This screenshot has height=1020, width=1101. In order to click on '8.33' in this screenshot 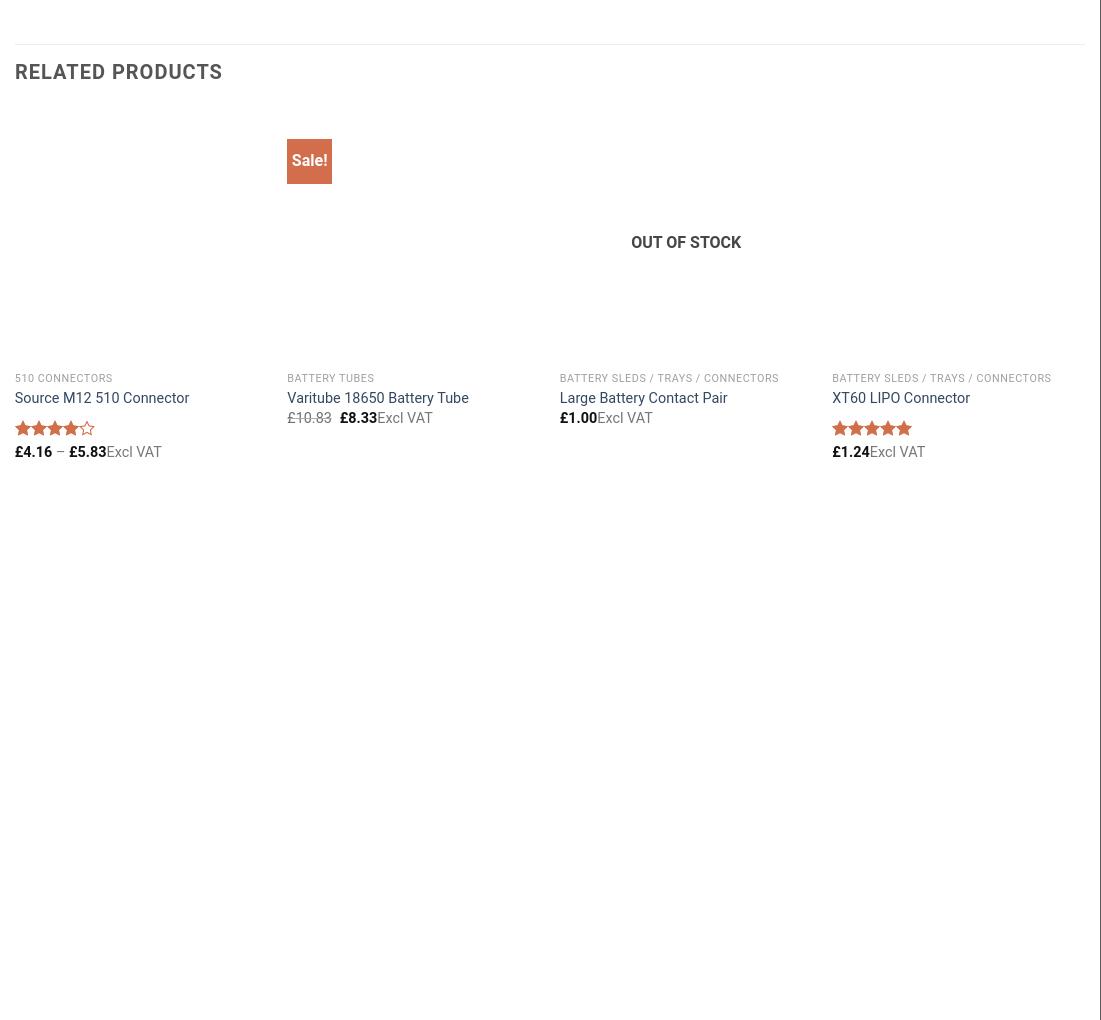, I will do `click(362, 417)`.